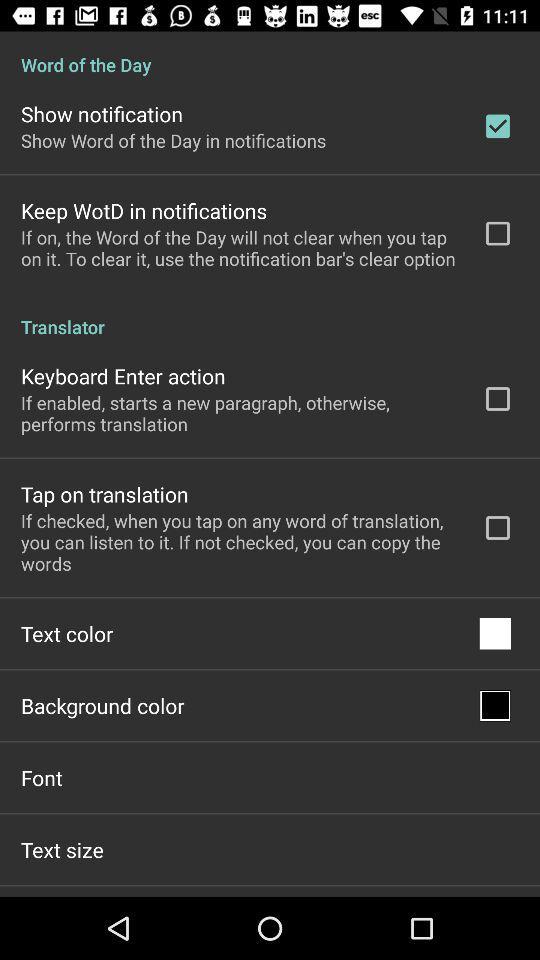  Describe the element at coordinates (270, 316) in the screenshot. I see `the app below if on the icon` at that location.